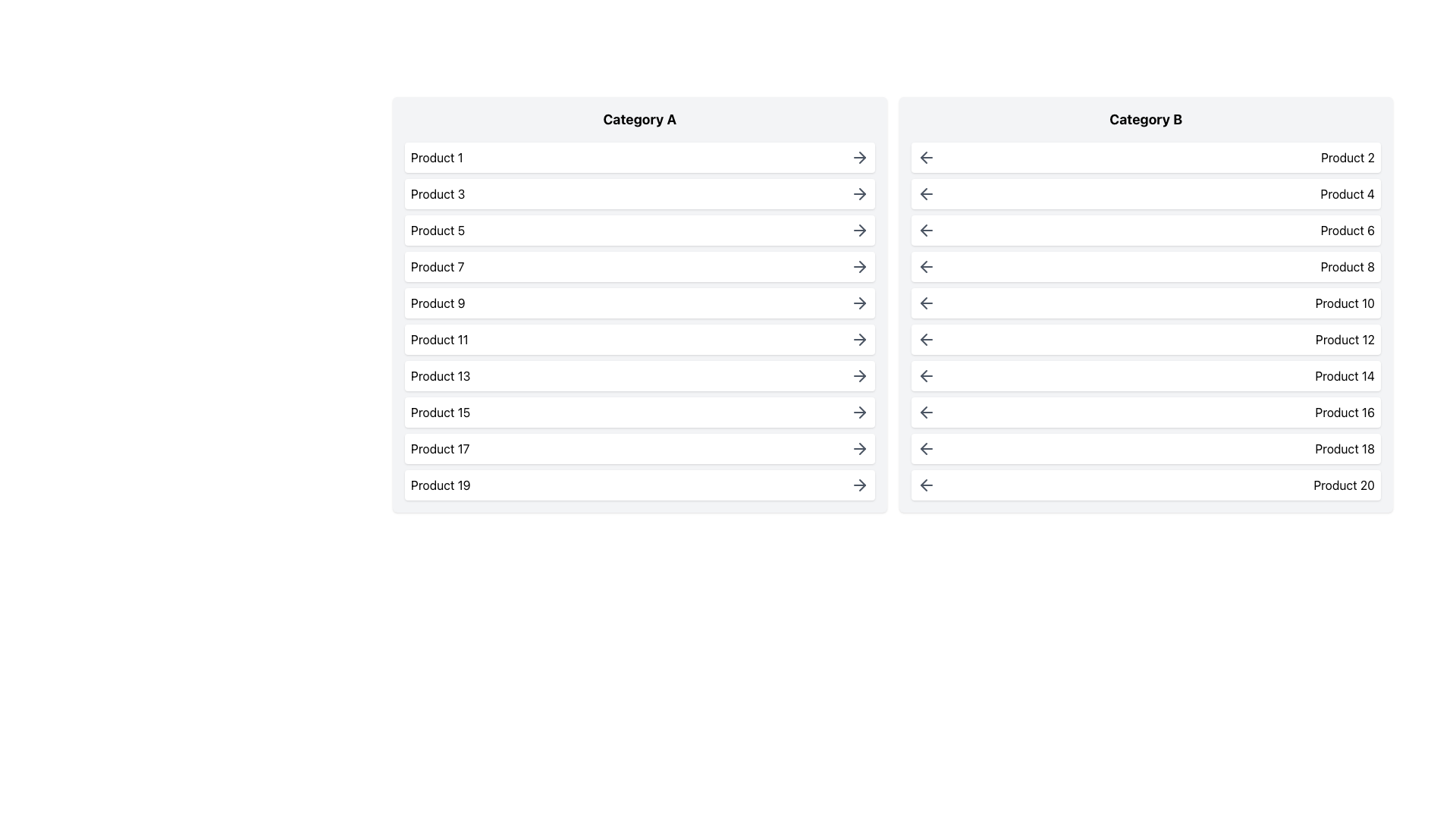 This screenshot has width=1456, height=819. Describe the element at coordinates (859, 485) in the screenshot. I see `the button located at the last position on the right side of the row labeled 'Product 19' in the 'Category A' column to change its appearance` at that location.